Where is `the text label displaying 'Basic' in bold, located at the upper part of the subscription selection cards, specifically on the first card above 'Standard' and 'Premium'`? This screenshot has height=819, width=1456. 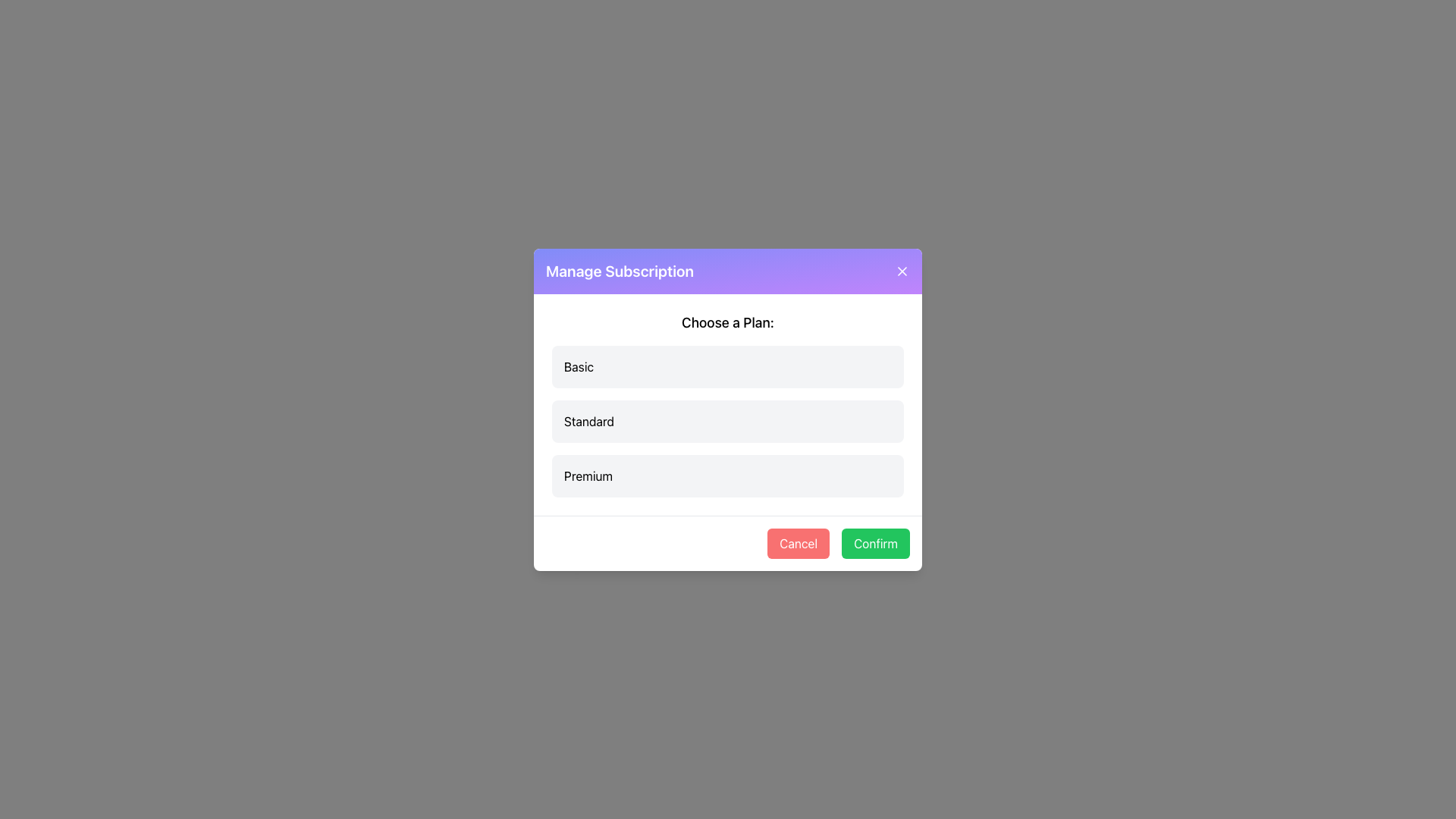 the text label displaying 'Basic' in bold, located at the upper part of the subscription selection cards, specifically on the first card above 'Standard' and 'Premium' is located at coordinates (578, 366).